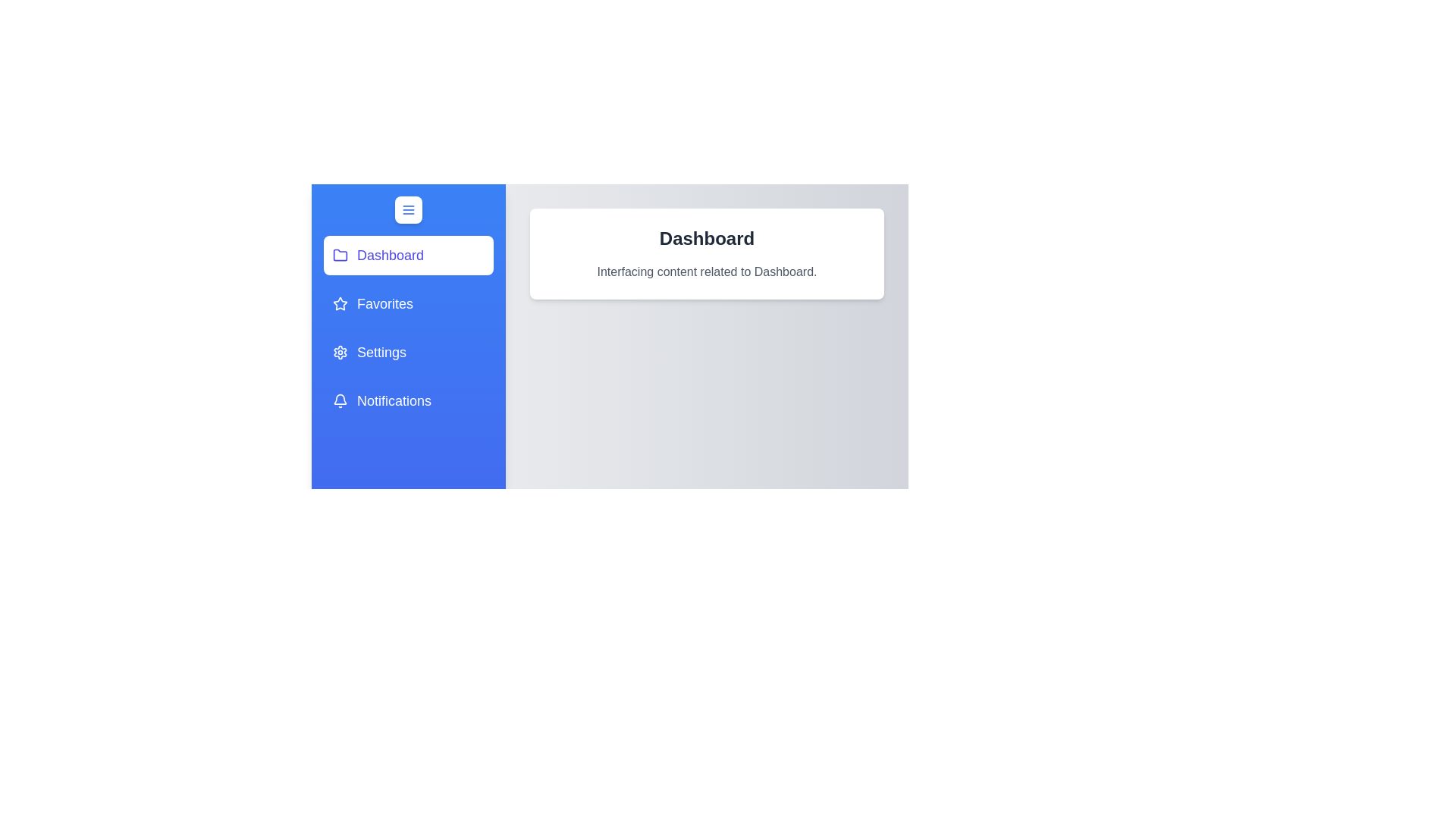  Describe the element at coordinates (408, 353) in the screenshot. I see `the menu item Settings from the drawer` at that location.